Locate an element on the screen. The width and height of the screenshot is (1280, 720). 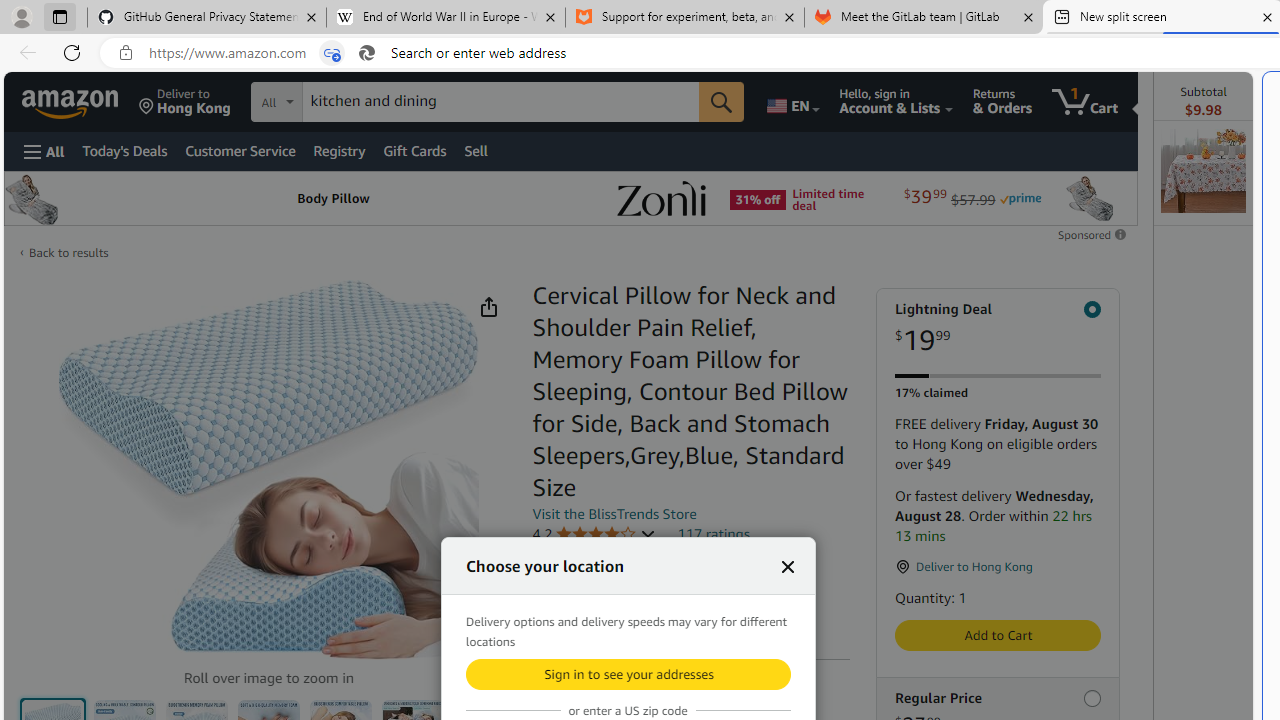
'Search Amazon' is located at coordinates (501, 101).